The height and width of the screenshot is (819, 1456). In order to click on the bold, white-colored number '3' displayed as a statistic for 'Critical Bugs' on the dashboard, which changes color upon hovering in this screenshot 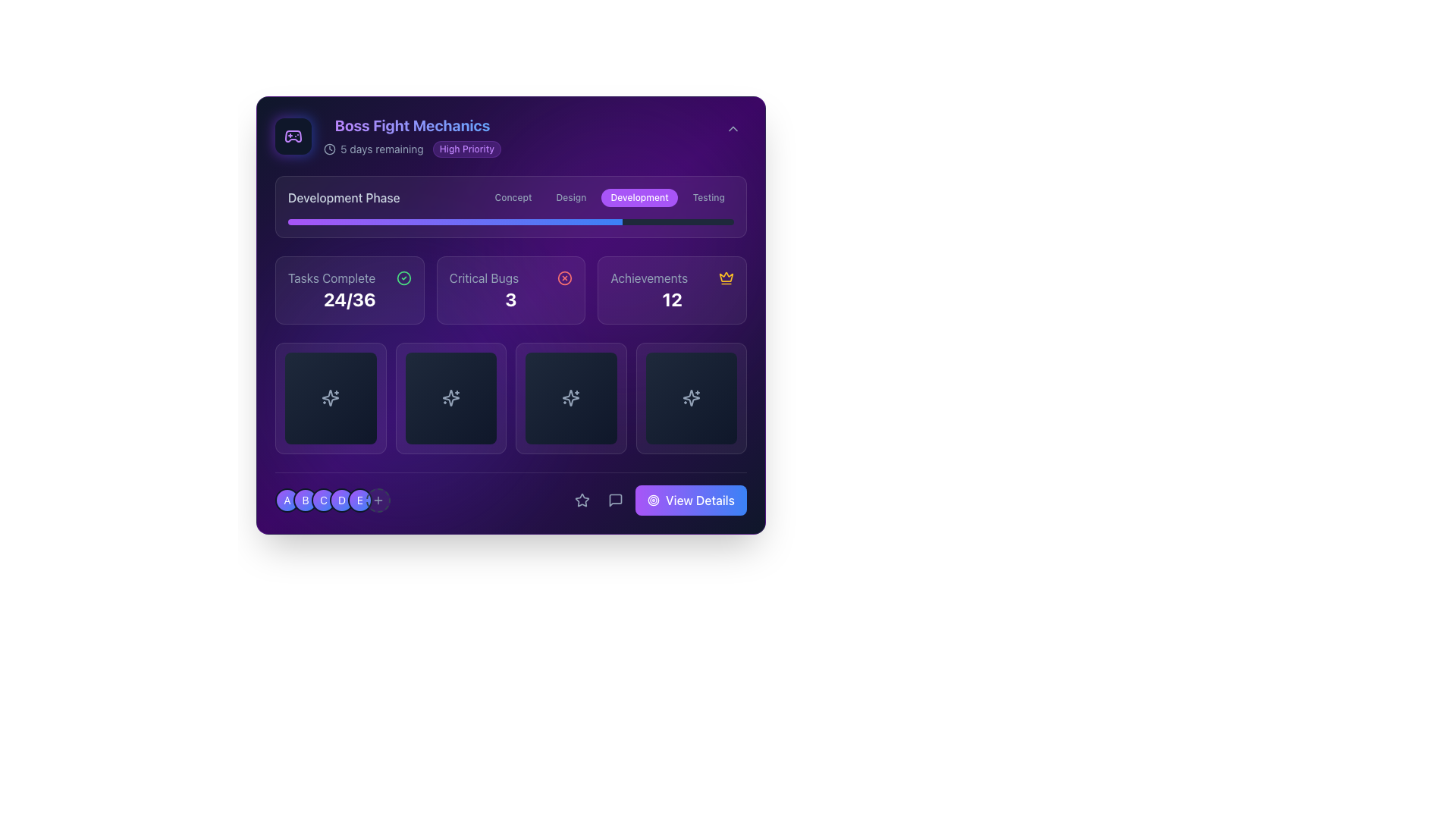, I will do `click(510, 299)`.